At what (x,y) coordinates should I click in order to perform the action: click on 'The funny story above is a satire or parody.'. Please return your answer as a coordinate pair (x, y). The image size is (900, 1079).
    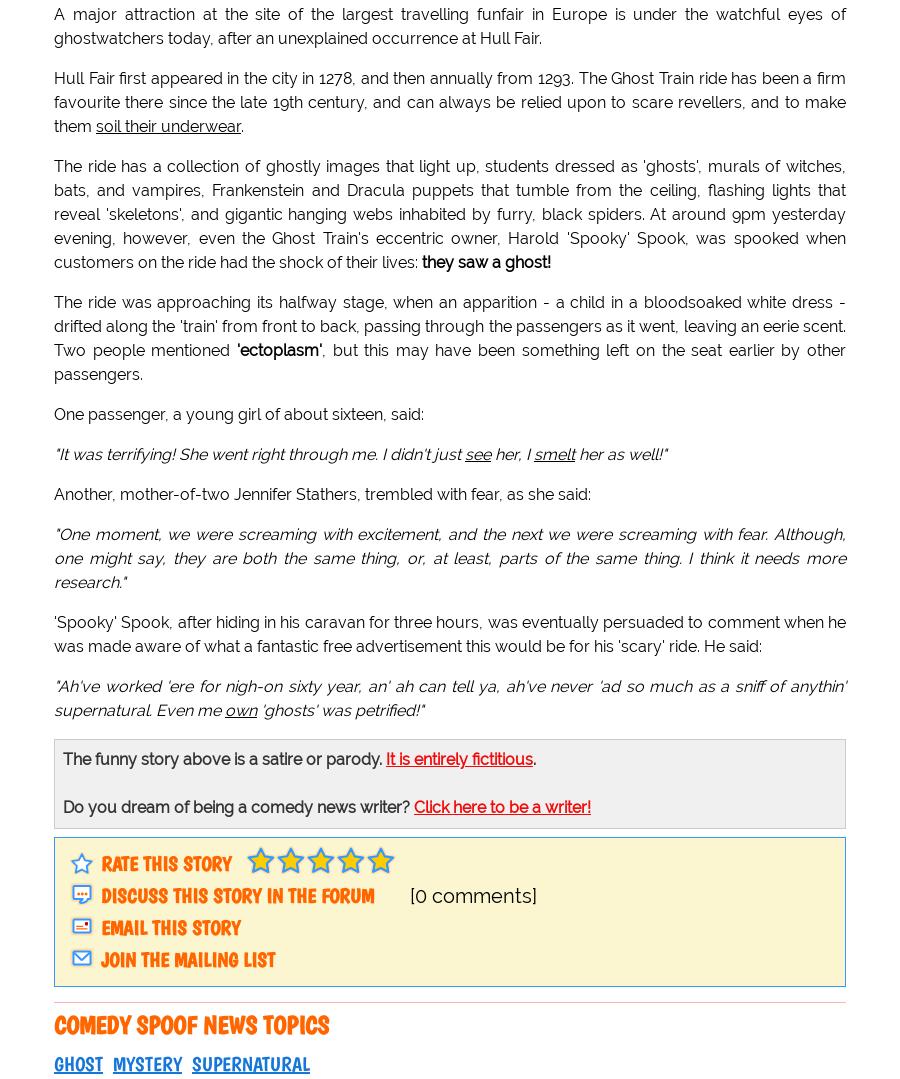
    Looking at the image, I should click on (62, 759).